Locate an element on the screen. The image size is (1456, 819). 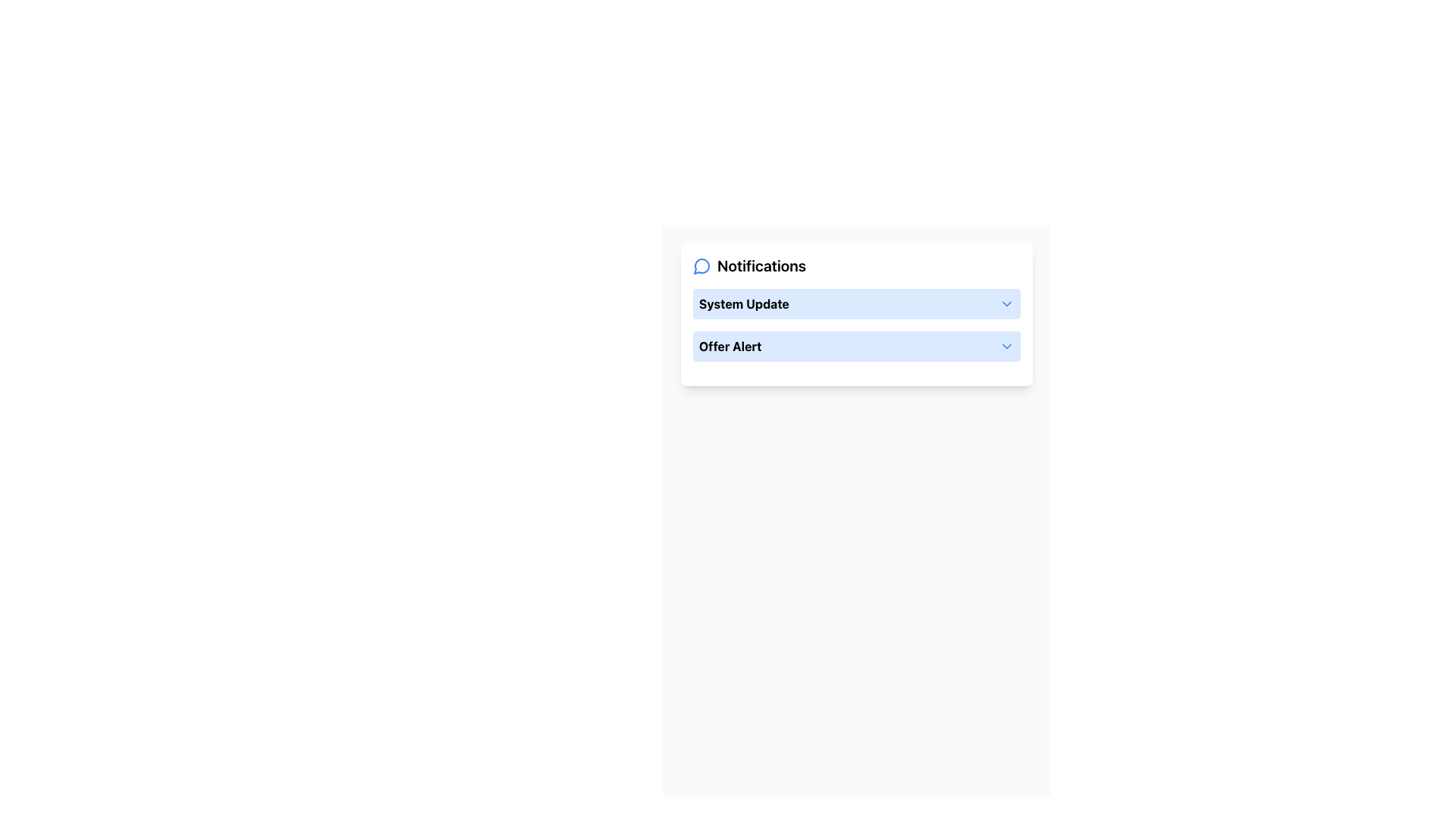
the small blue downward-pointing chevron arrow next to the 'Offer Alert' text is located at coordinates (1007, 346).